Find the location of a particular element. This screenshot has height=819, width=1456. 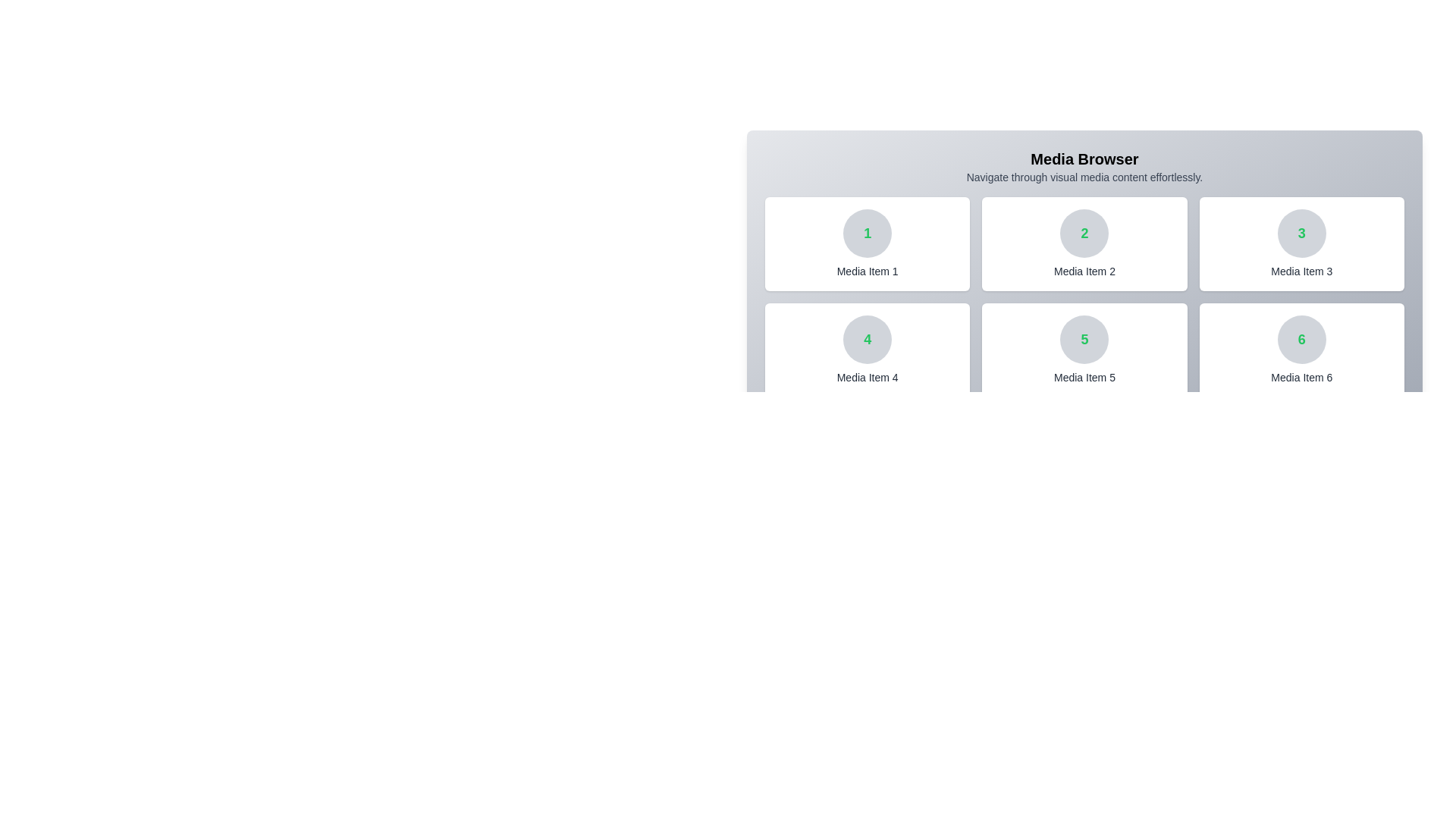

the Media Item Button located in the middle of the first row of the grid layout in the media browser interface is located at coordinates (1084, 251).